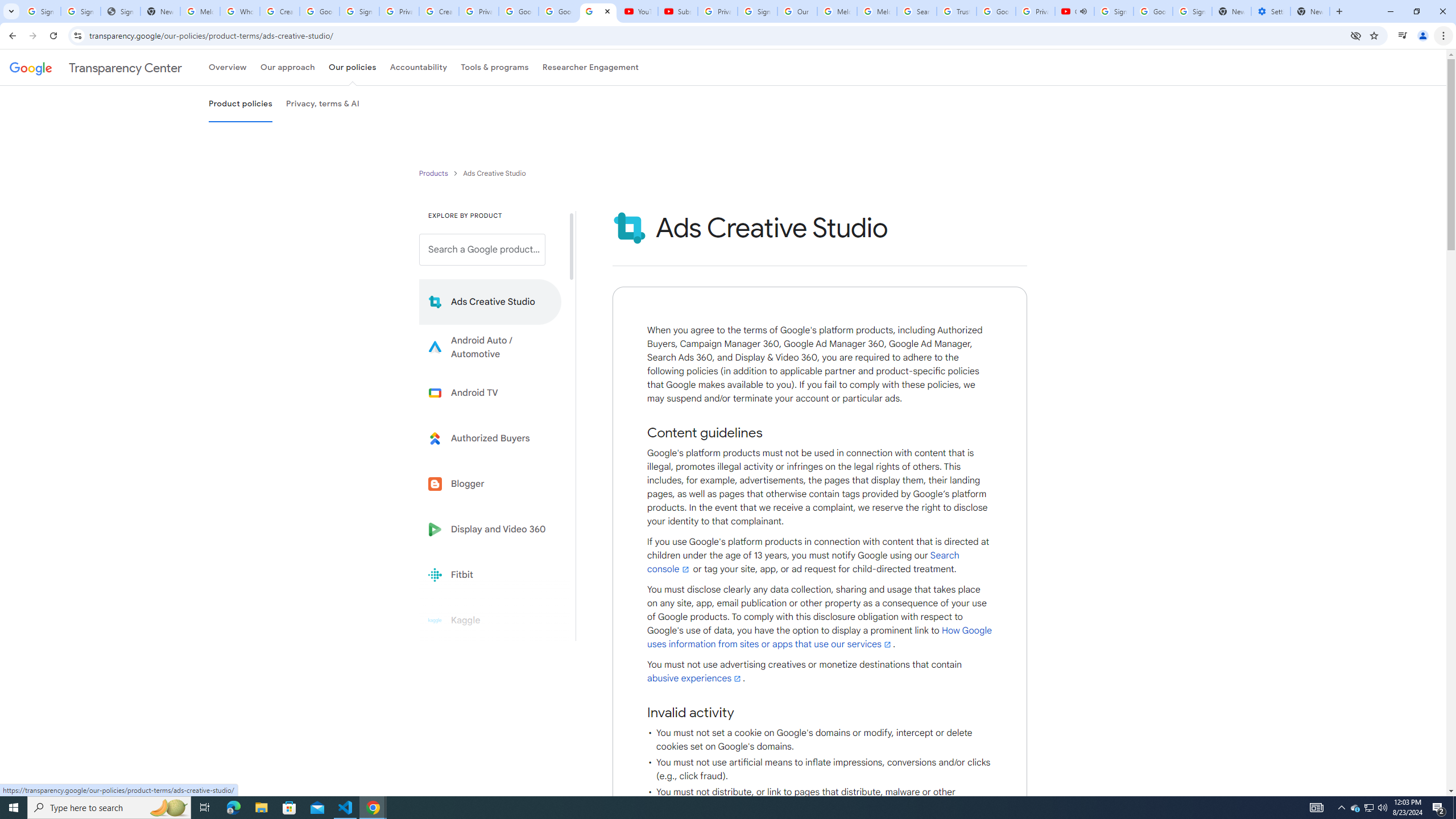  I want to click on 'Display and Video 360', so click(490, 529).